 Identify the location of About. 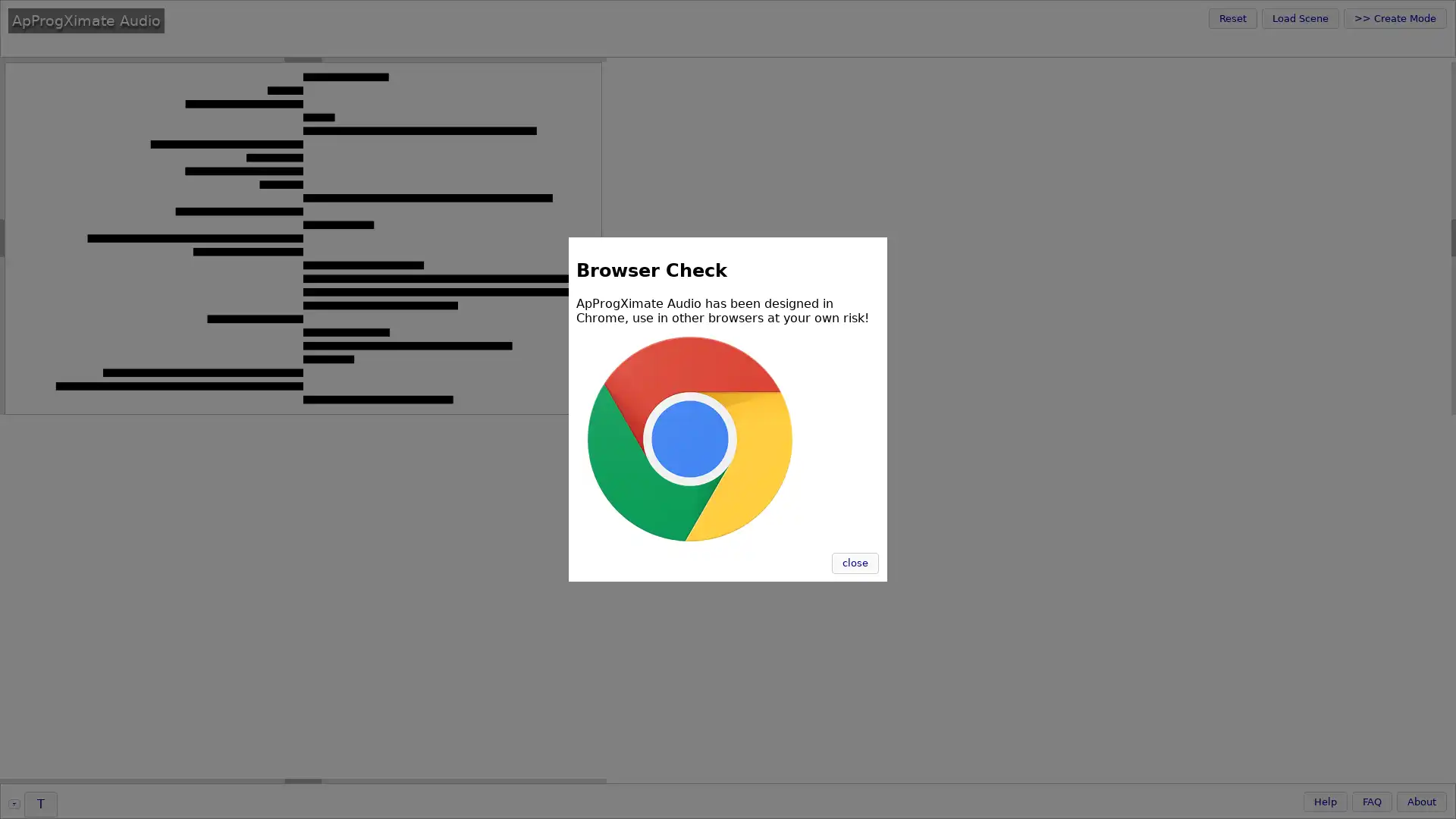
(1420, 794).